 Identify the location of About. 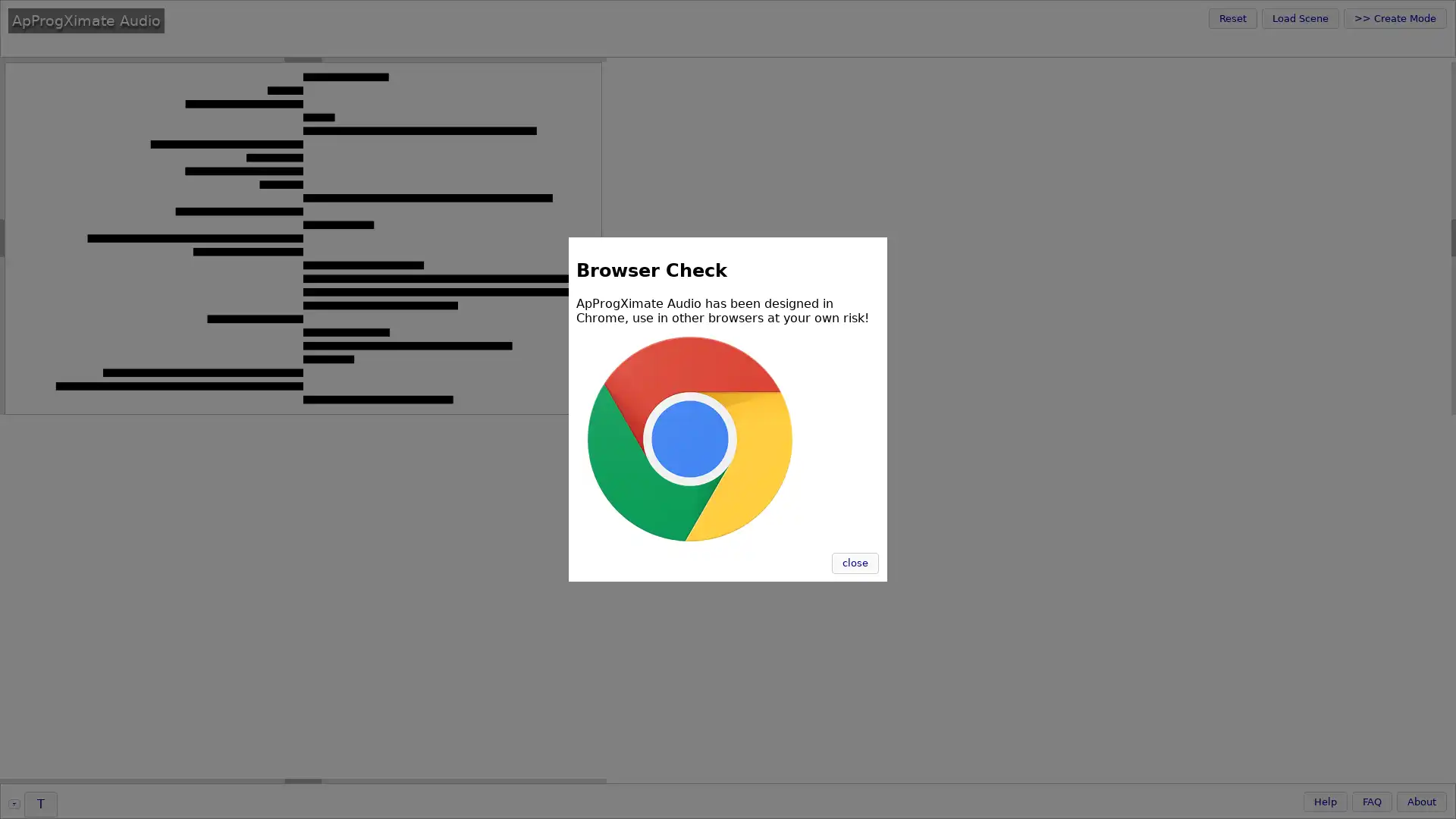
(1420, 794).